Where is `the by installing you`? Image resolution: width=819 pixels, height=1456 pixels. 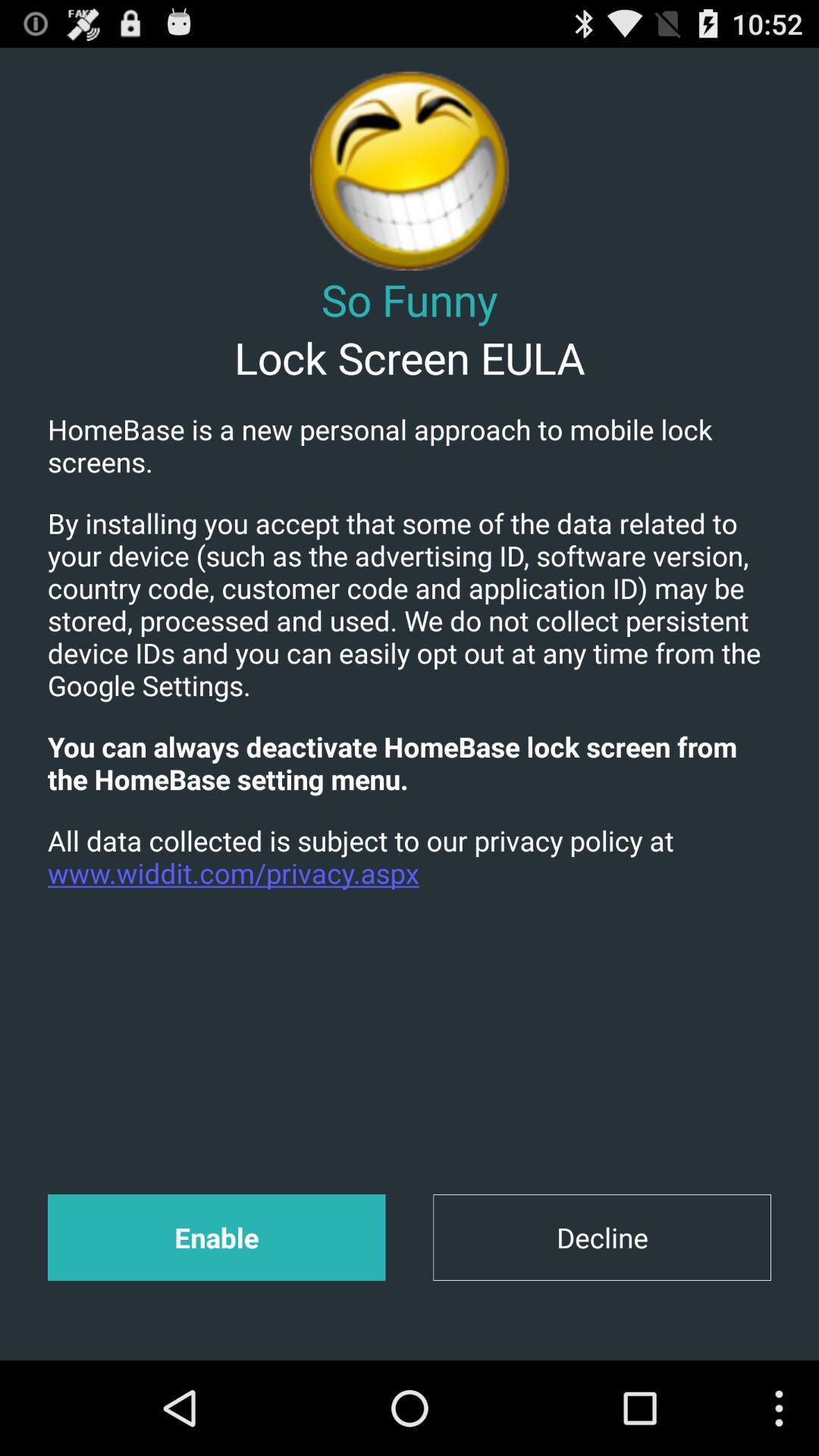
the by installing you is located at coordinates (409, 603).